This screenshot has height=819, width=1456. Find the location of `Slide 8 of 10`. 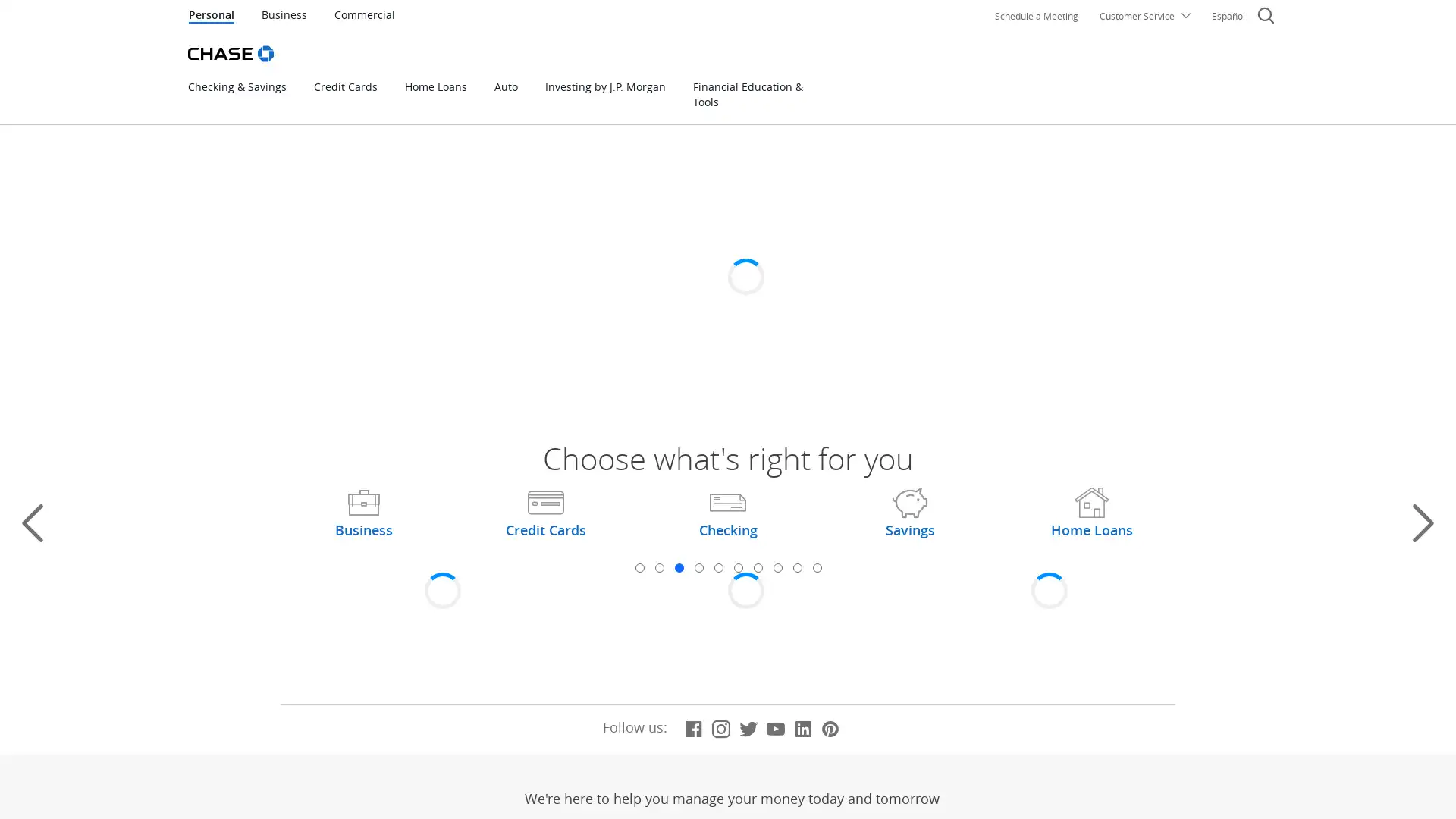

Slide 8 of 10 is located at coordinates (777, 567).